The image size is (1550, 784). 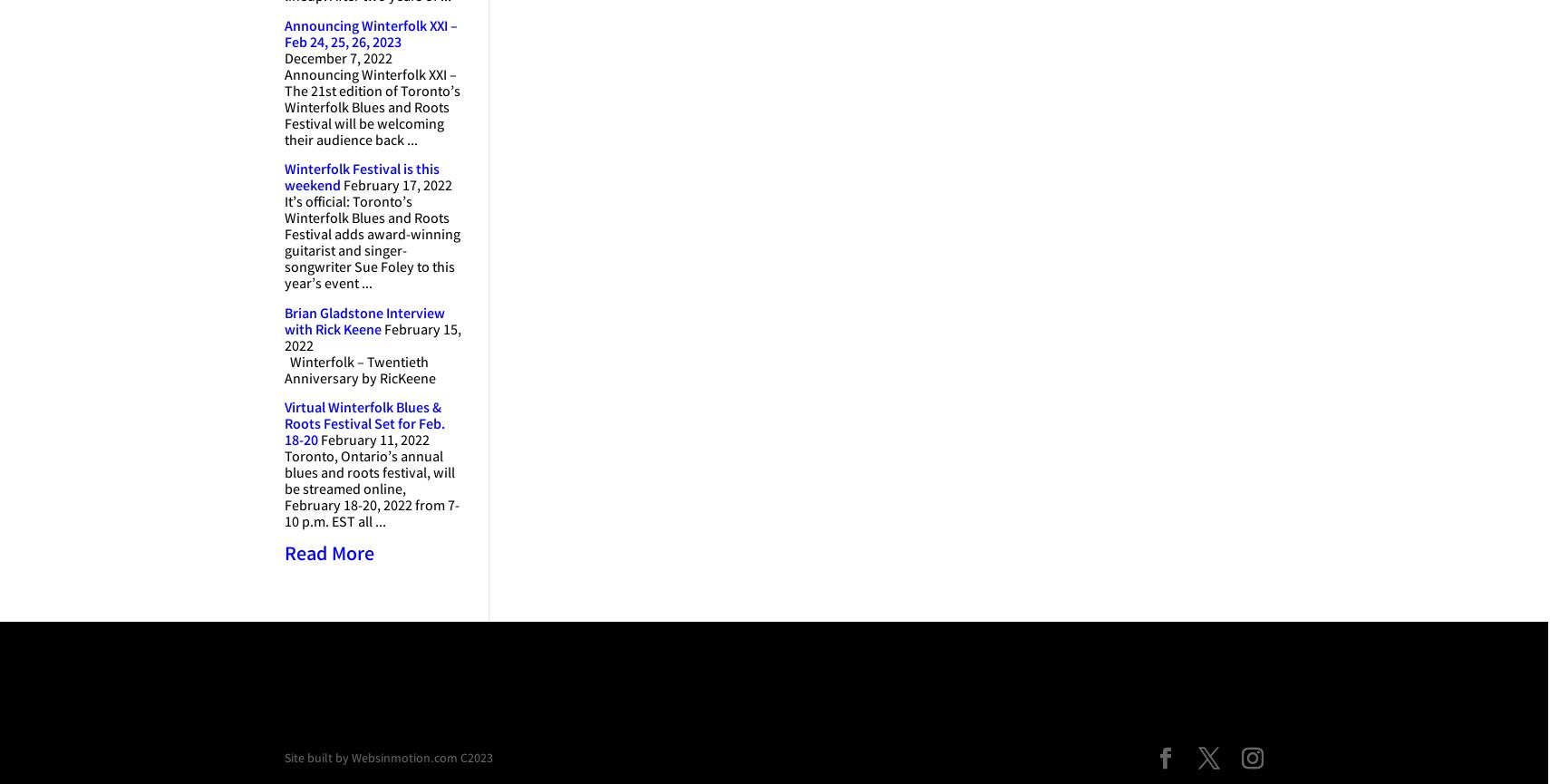 I want to click on 'December 7, 2022', so click(x=337, y=59).